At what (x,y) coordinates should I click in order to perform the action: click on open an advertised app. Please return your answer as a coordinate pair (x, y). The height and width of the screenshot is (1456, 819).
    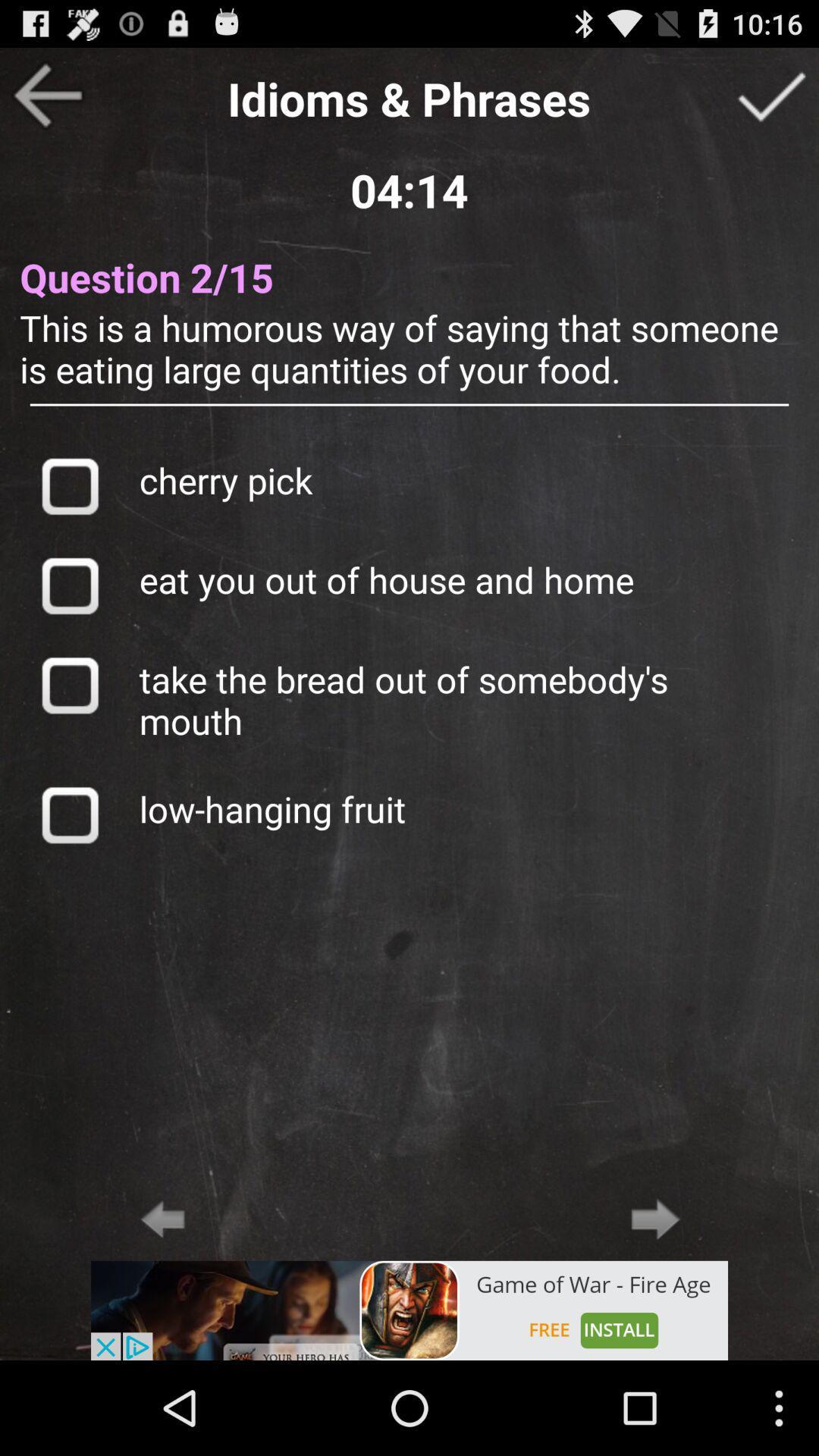
    Looking at the image, I should click on (409, 1310).